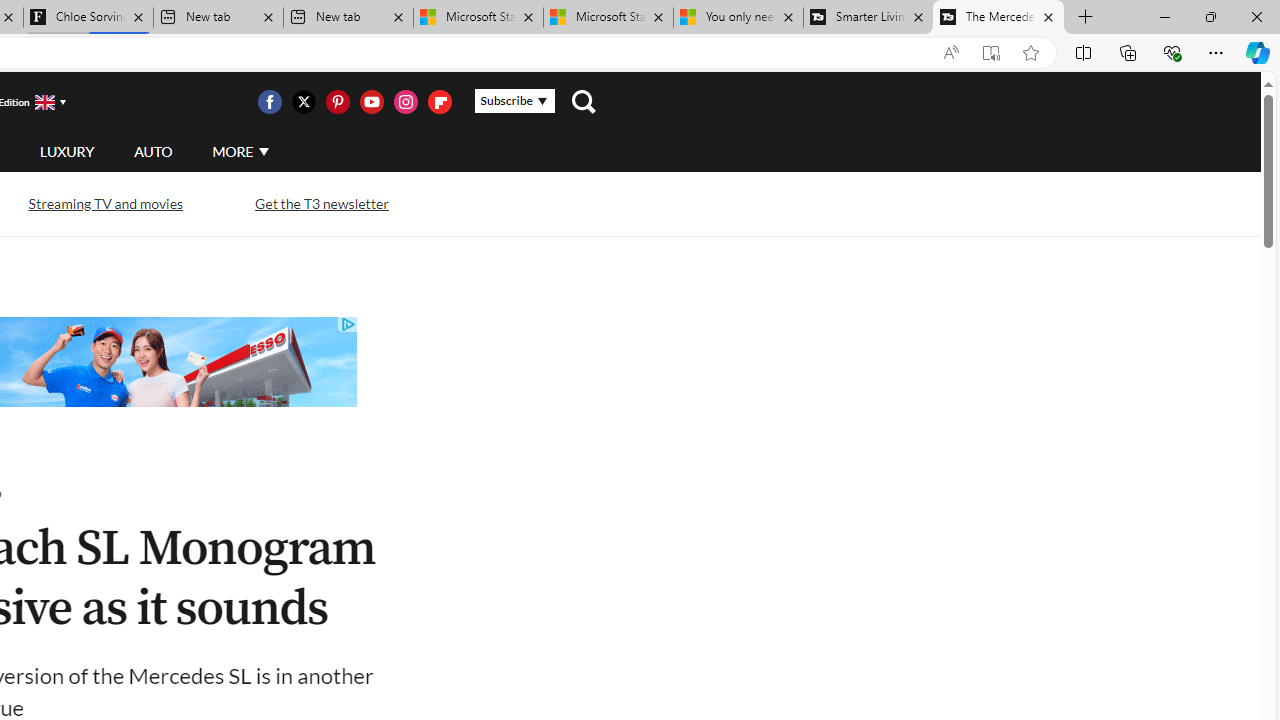 This screenshot has height=720, width=1280. I want to click on 'MORE ', so click(240, 150).